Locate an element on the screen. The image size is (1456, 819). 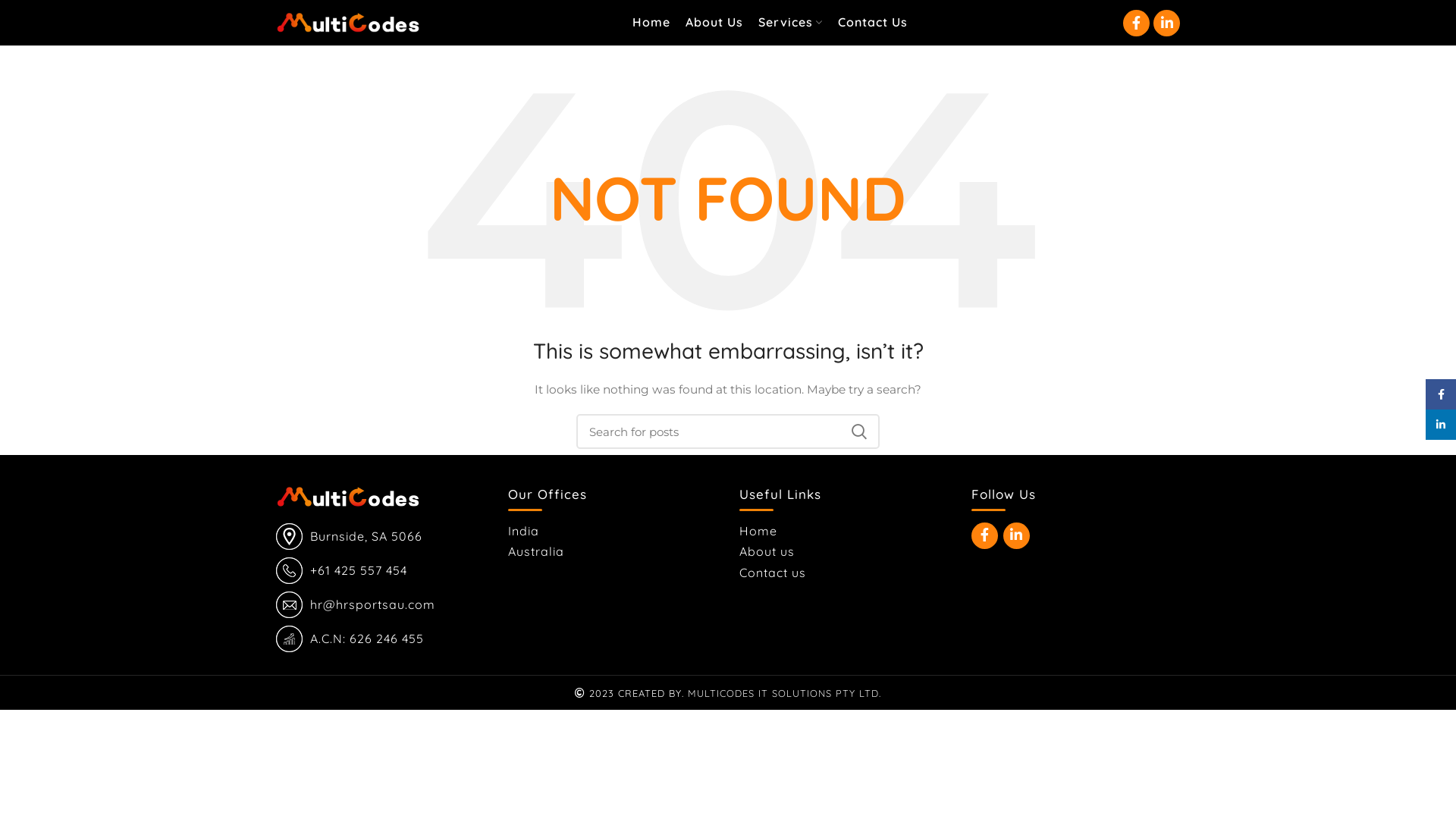
'SEARCH' is located at coordinates (858, 431).